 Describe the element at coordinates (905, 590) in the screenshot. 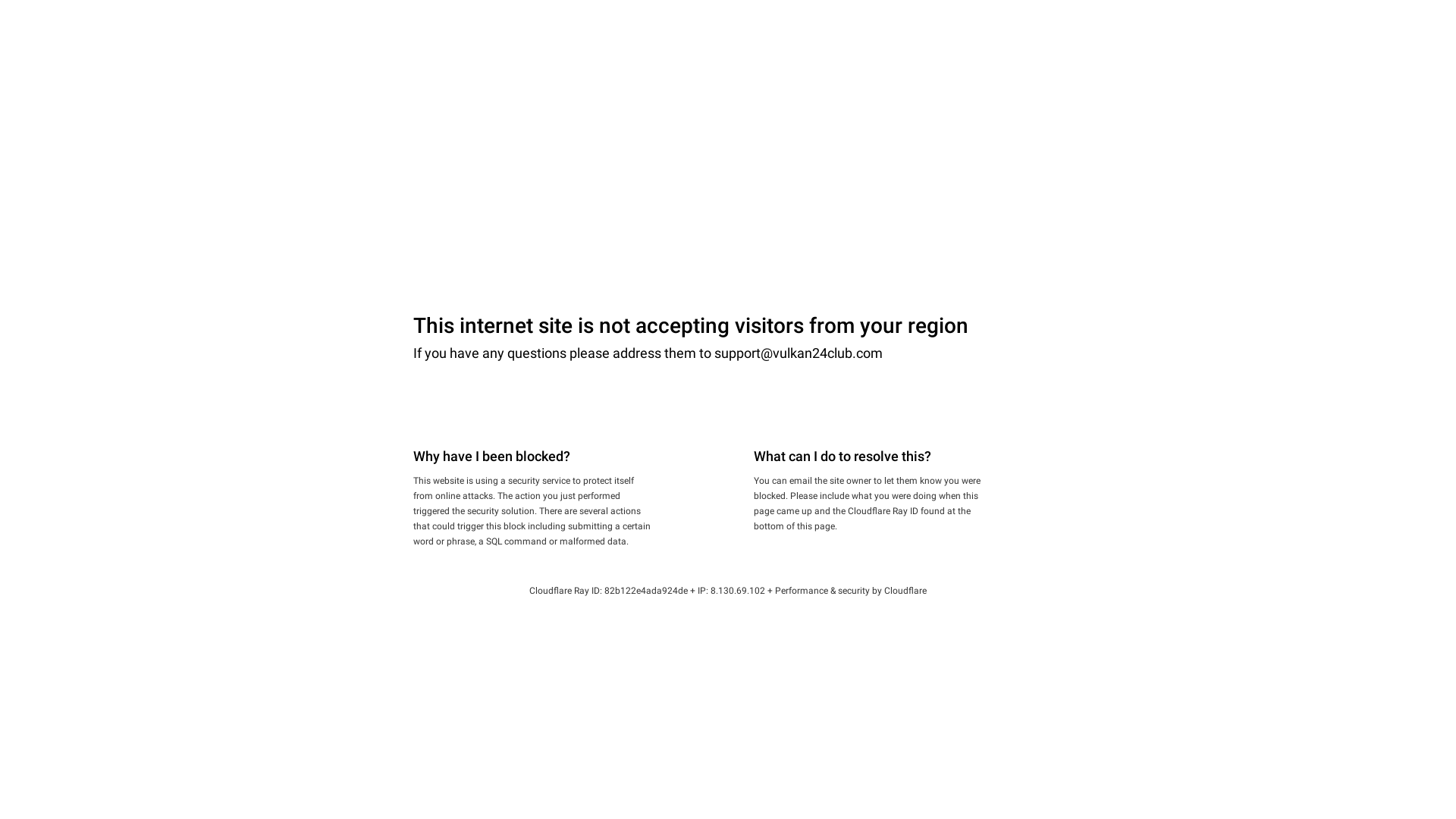

I see `'Cloudflare'` at that location.